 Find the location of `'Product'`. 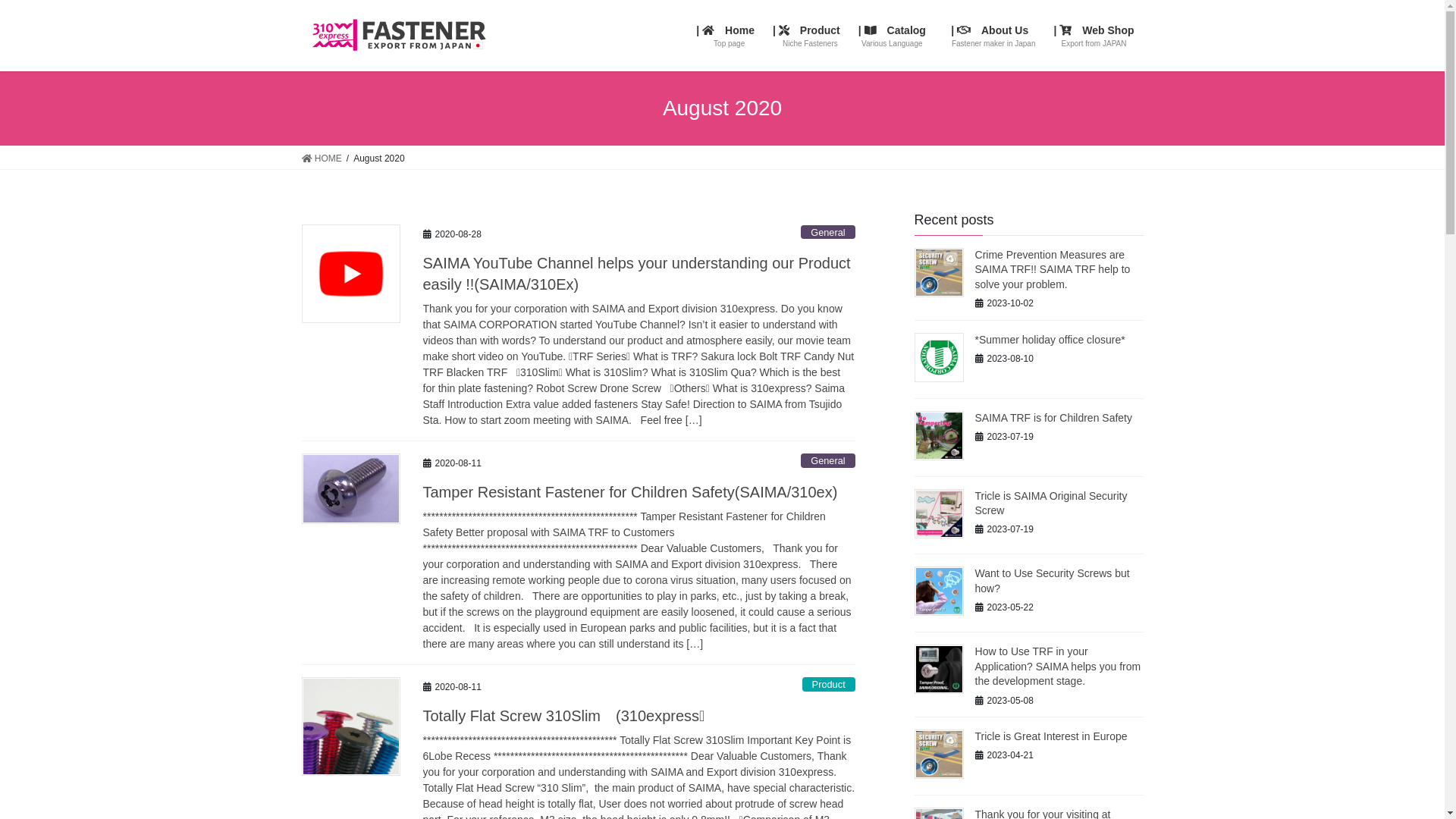

'Product' is located at coordinates (828, 684).